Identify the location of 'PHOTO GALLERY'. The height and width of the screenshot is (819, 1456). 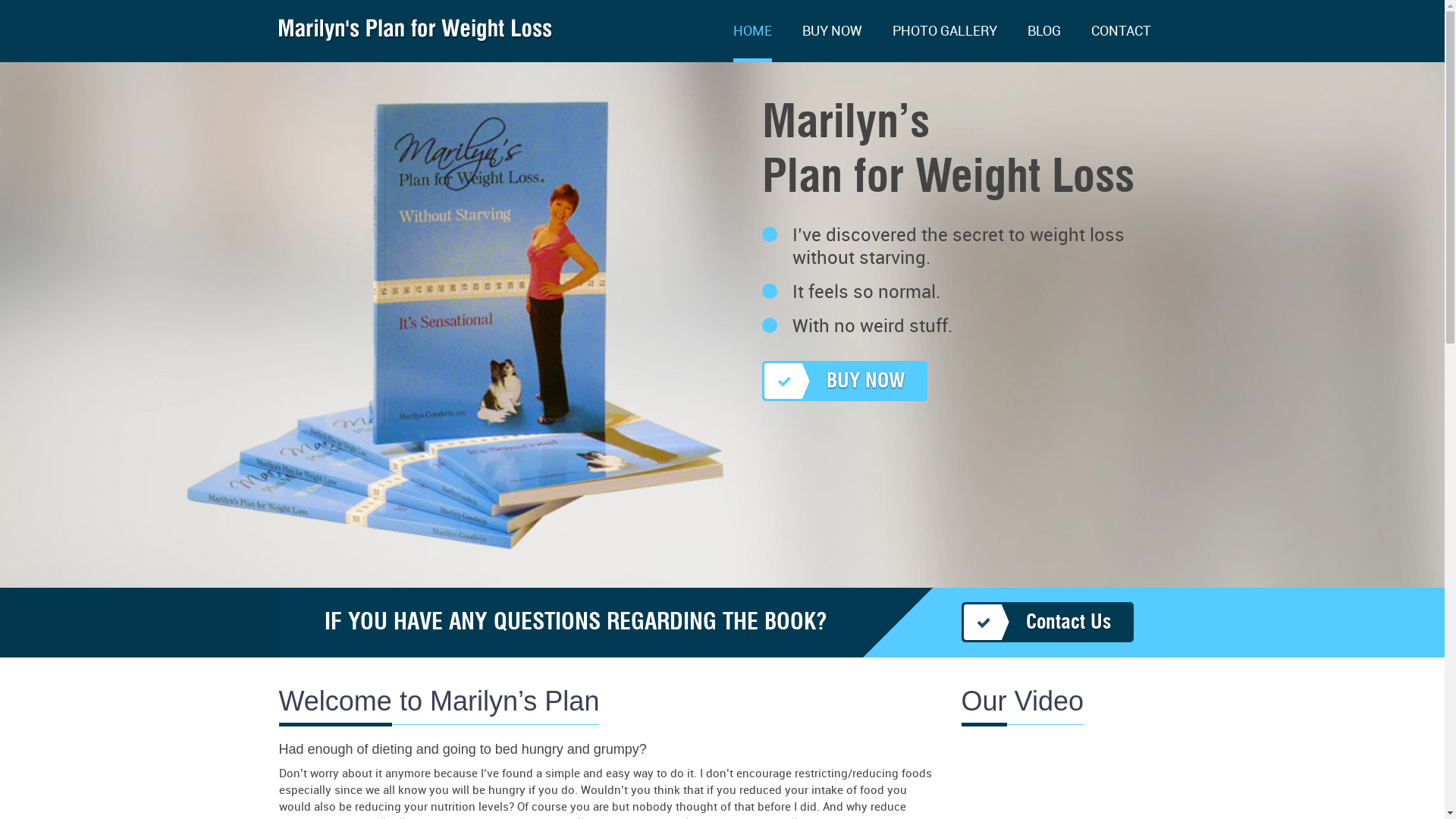
(943, 42).